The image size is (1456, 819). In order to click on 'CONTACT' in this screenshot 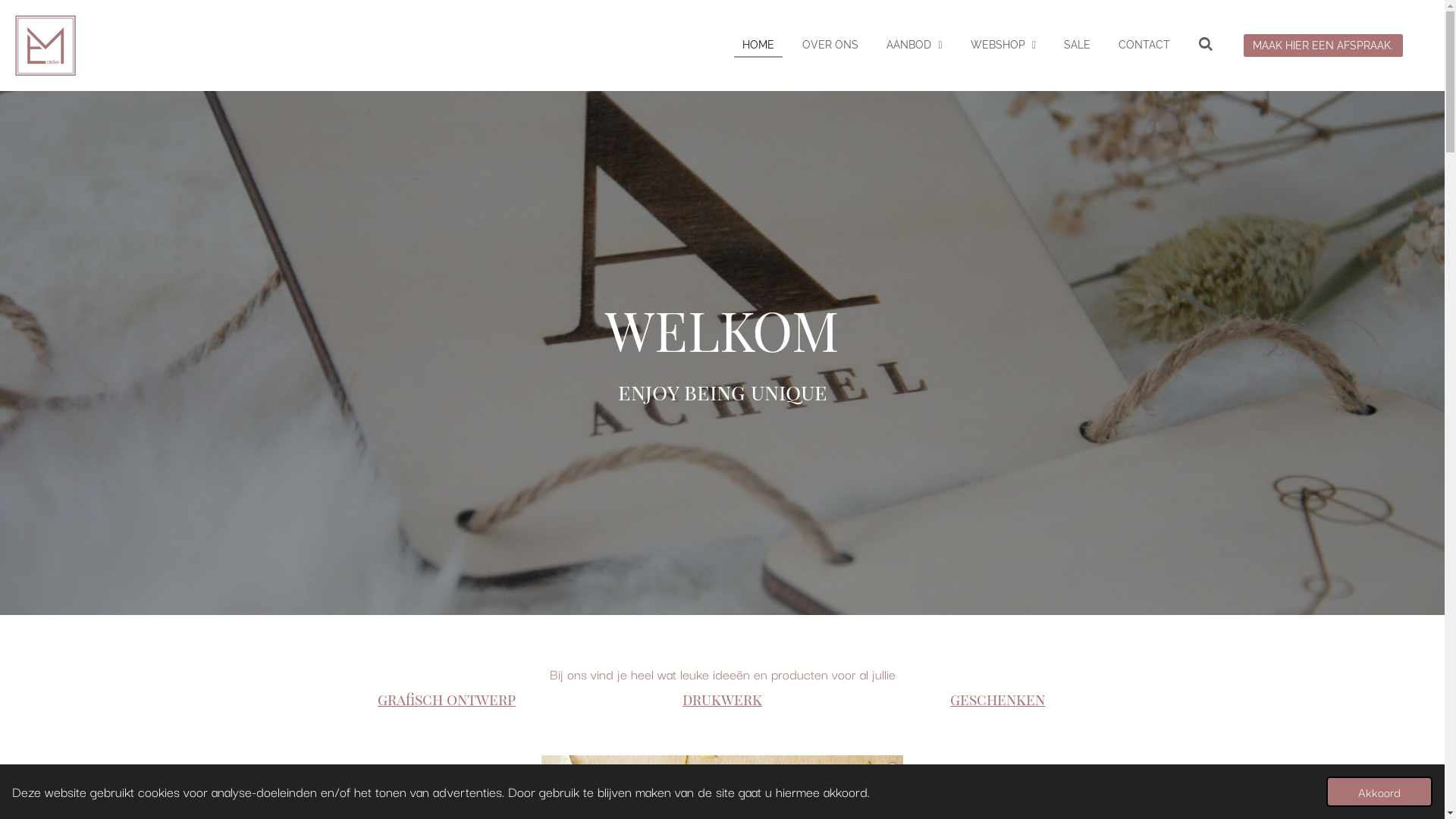, I will do `click(1110, 44)`.